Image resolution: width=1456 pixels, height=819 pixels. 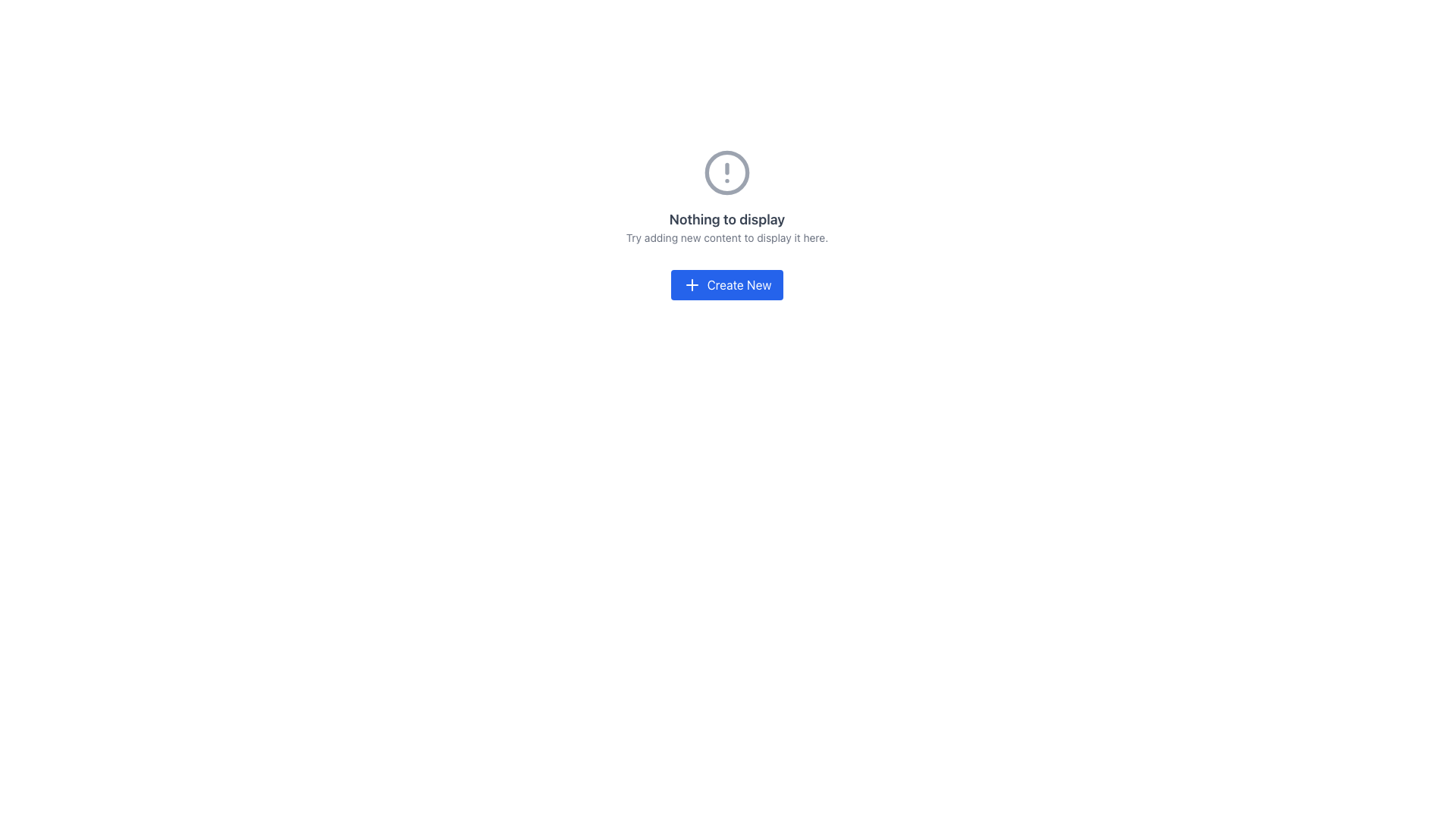 I want to click on the circular light gray SVG element that is part of the alert icon, positioned above the text 'Nothing, so click(x=726, y=171).